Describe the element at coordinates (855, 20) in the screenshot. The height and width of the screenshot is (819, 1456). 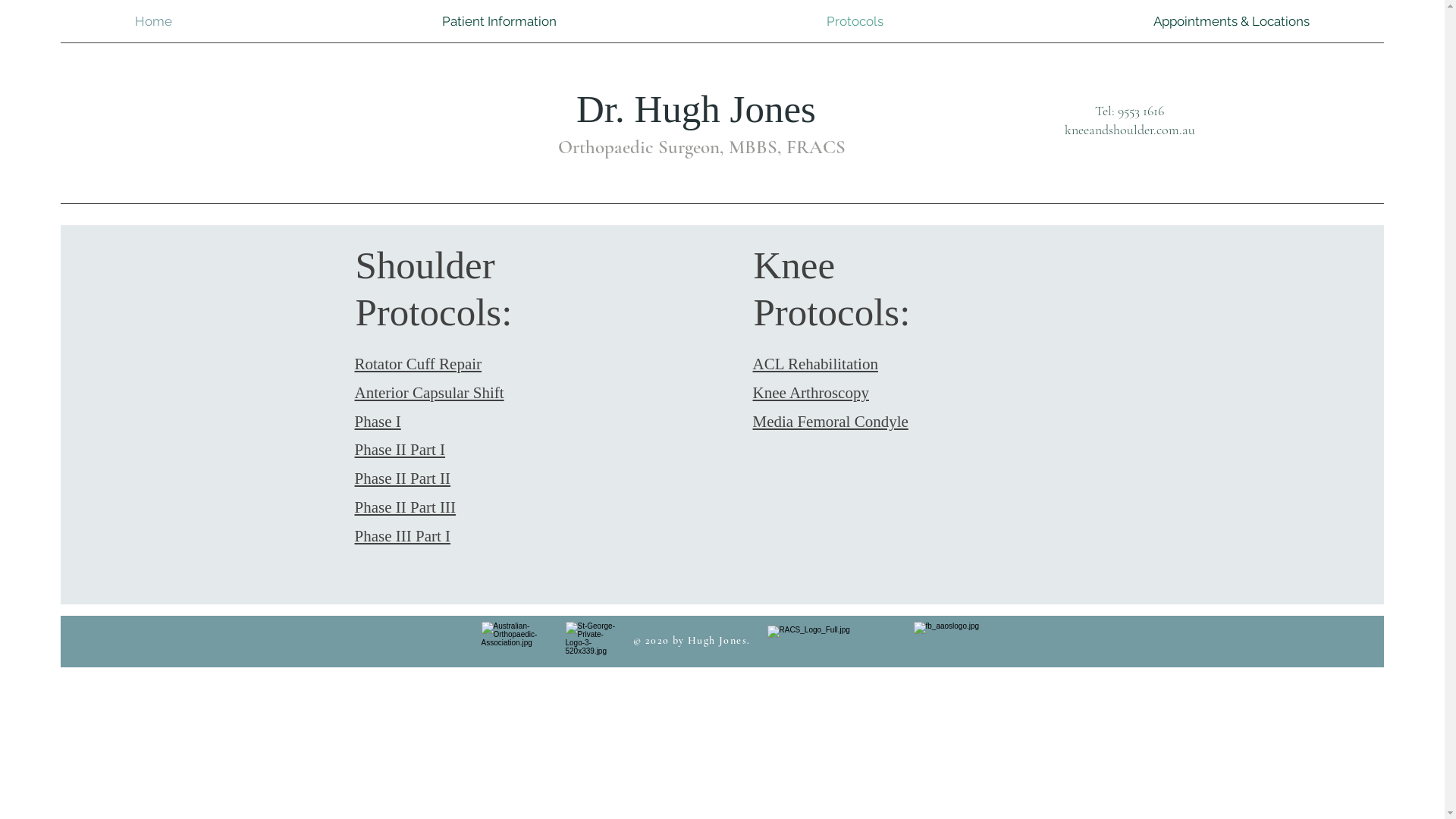
I see `'Protocols'` at that location.